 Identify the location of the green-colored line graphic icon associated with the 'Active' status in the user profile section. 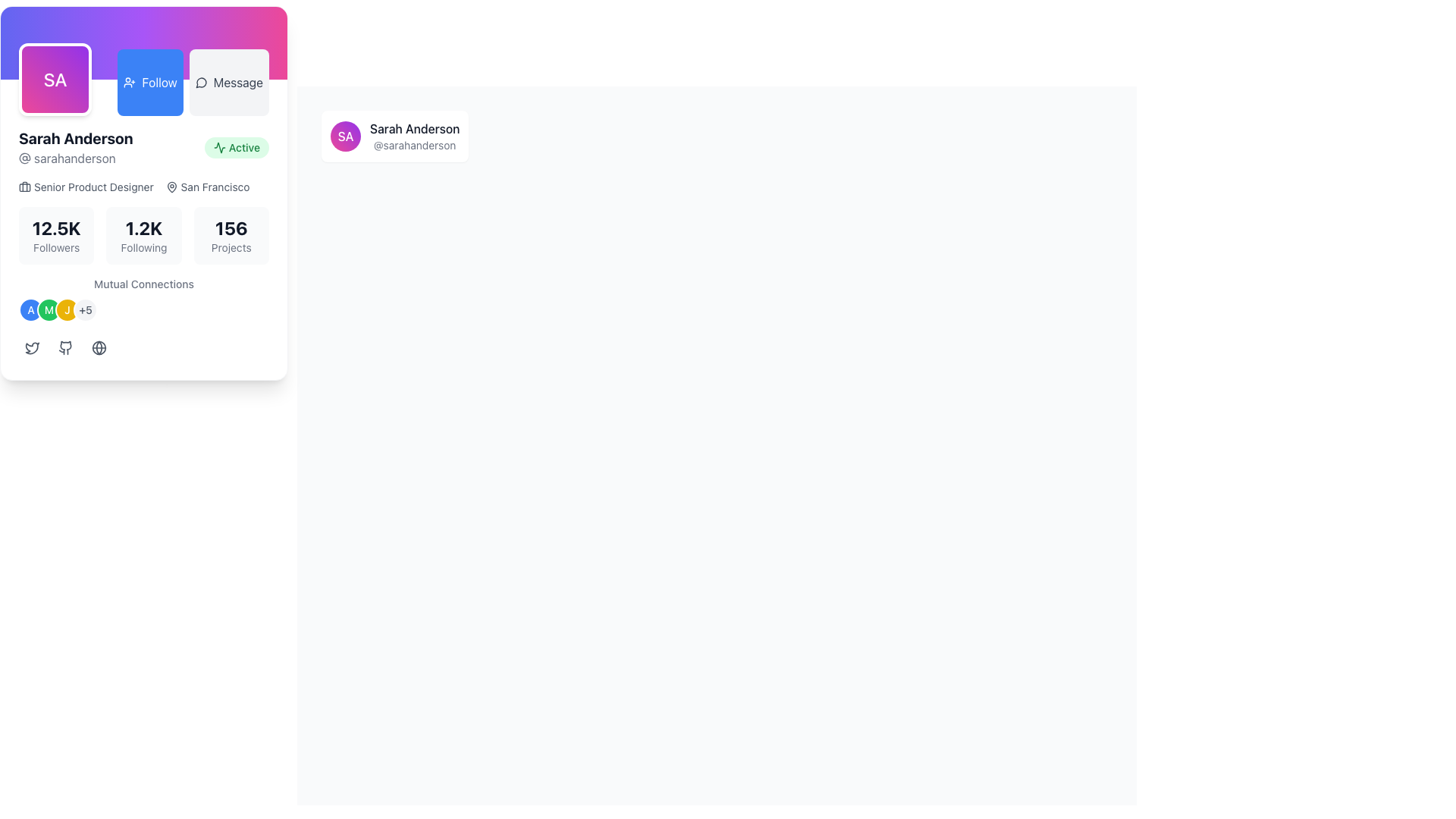
(218, 148).